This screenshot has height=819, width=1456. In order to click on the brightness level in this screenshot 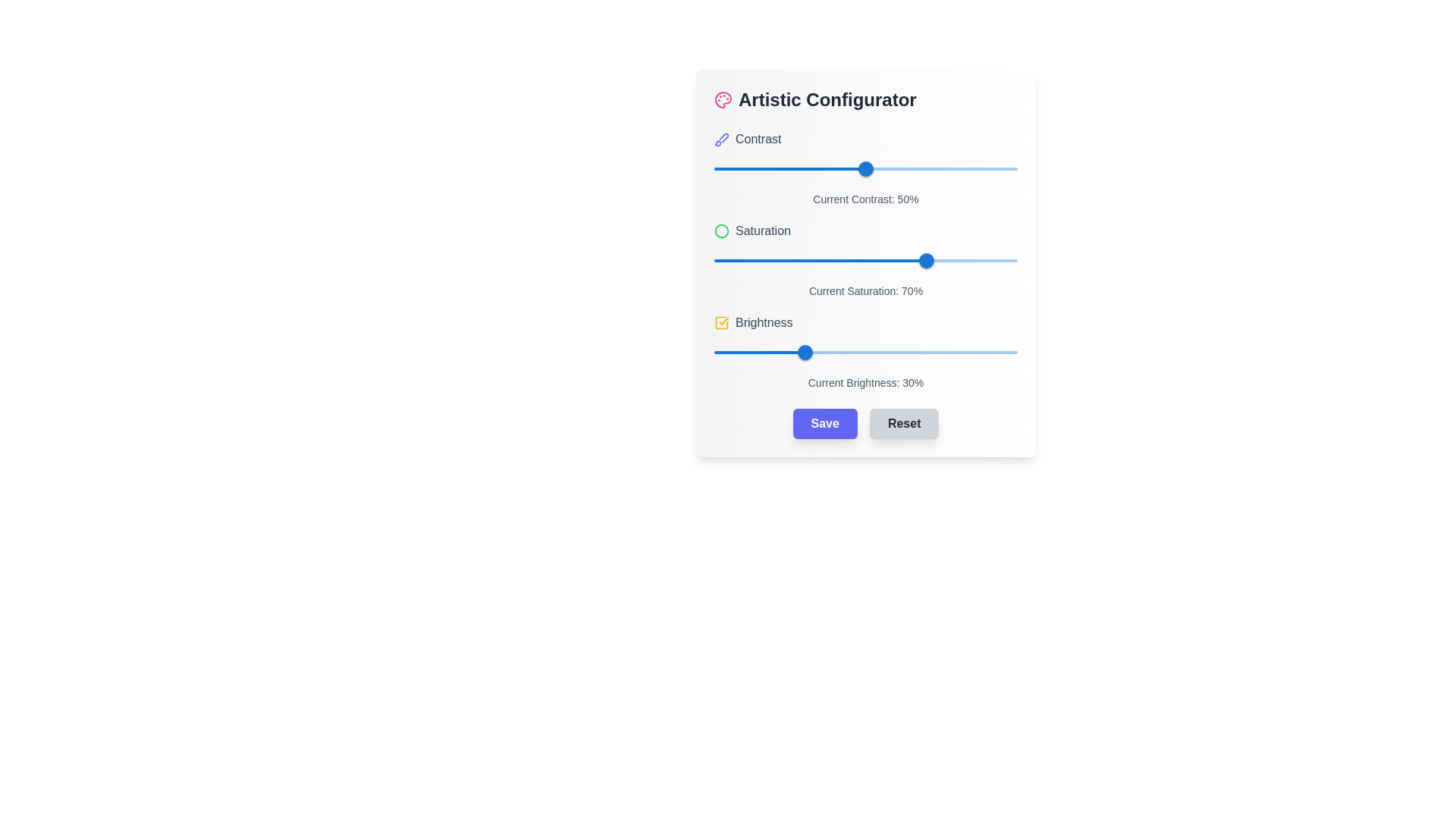, I will do `click(829, 353)`.